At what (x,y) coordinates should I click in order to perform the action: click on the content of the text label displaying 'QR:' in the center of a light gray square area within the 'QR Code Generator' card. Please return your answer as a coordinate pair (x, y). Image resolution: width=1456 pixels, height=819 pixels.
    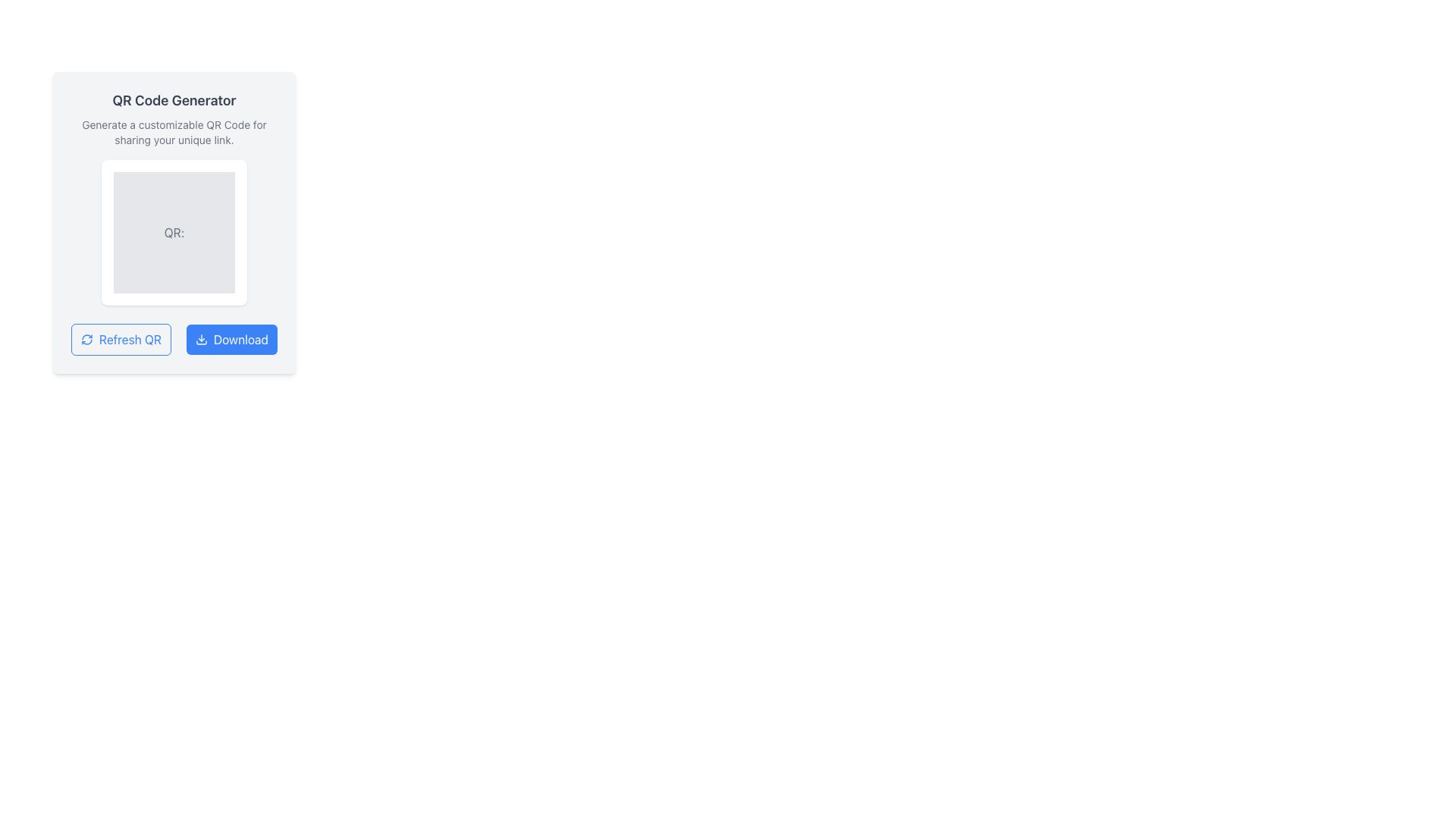
    Looking at the image, I should click on (174, 233).